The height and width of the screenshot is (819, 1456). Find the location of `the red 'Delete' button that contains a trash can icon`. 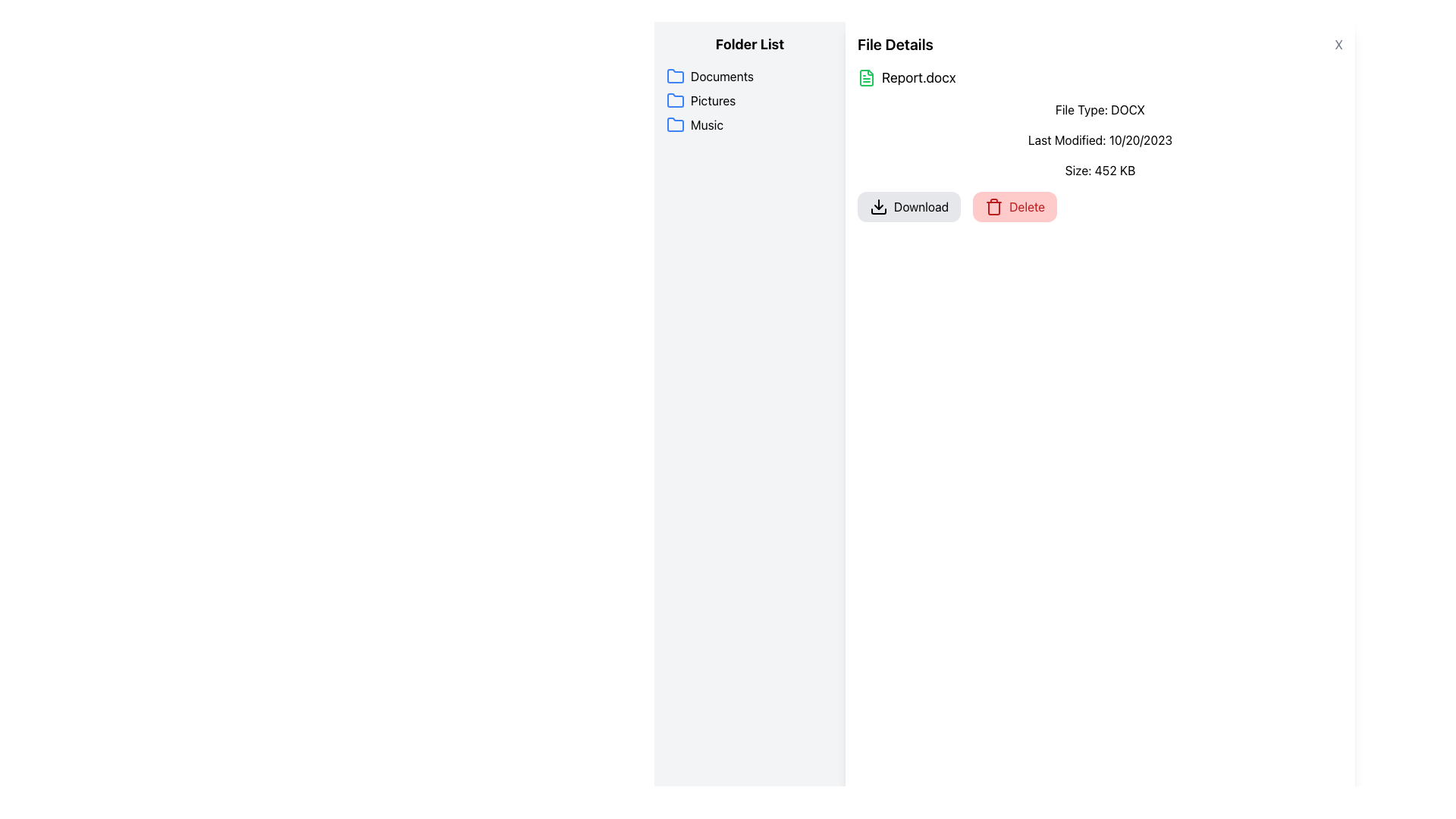

the red 'Delete' button that contains a trash can icon is located at coordinates (994, 208).